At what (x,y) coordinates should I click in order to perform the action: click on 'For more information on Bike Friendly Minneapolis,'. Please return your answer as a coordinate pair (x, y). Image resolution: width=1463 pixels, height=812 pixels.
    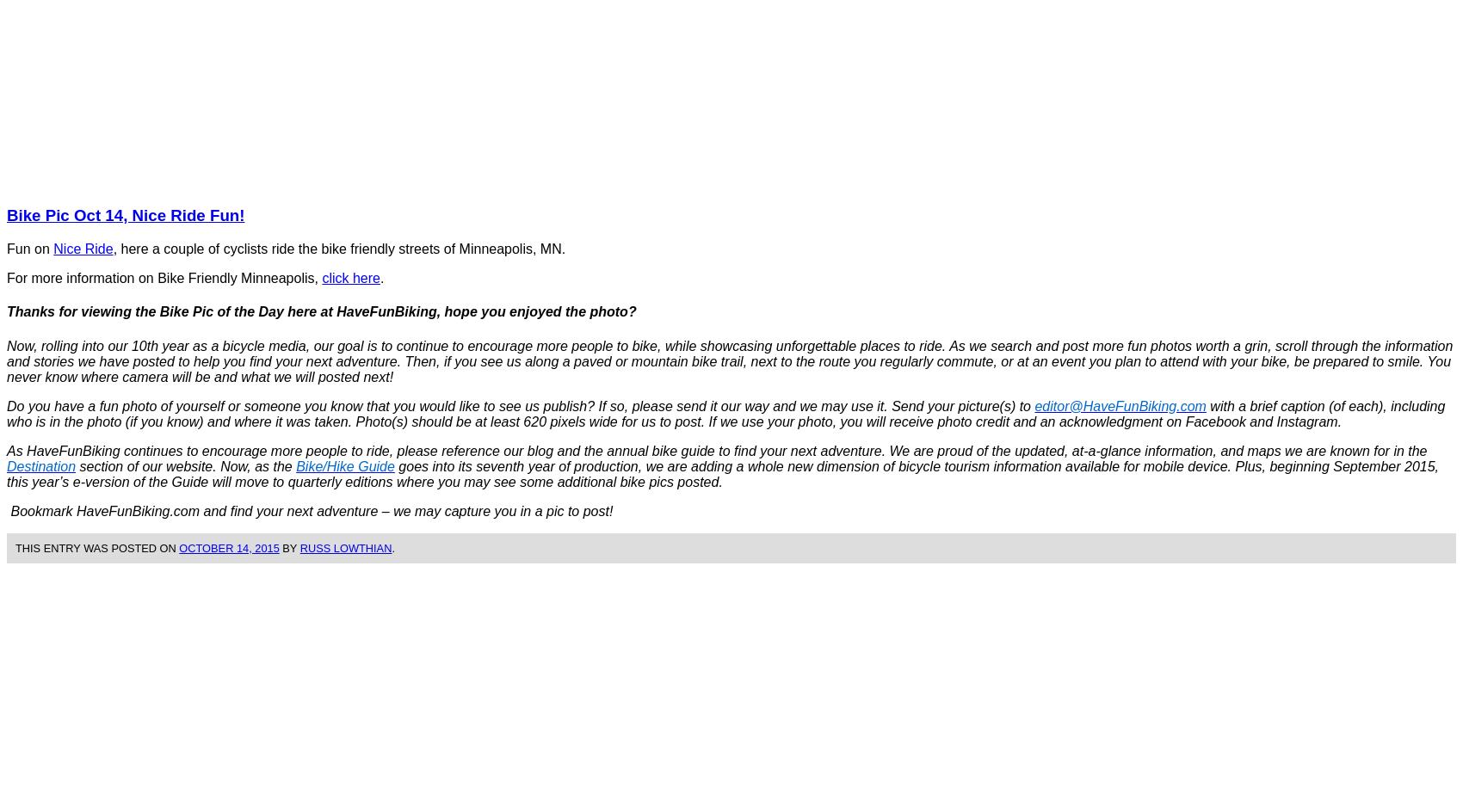
    Looking at the image, I should click on (6, 277).